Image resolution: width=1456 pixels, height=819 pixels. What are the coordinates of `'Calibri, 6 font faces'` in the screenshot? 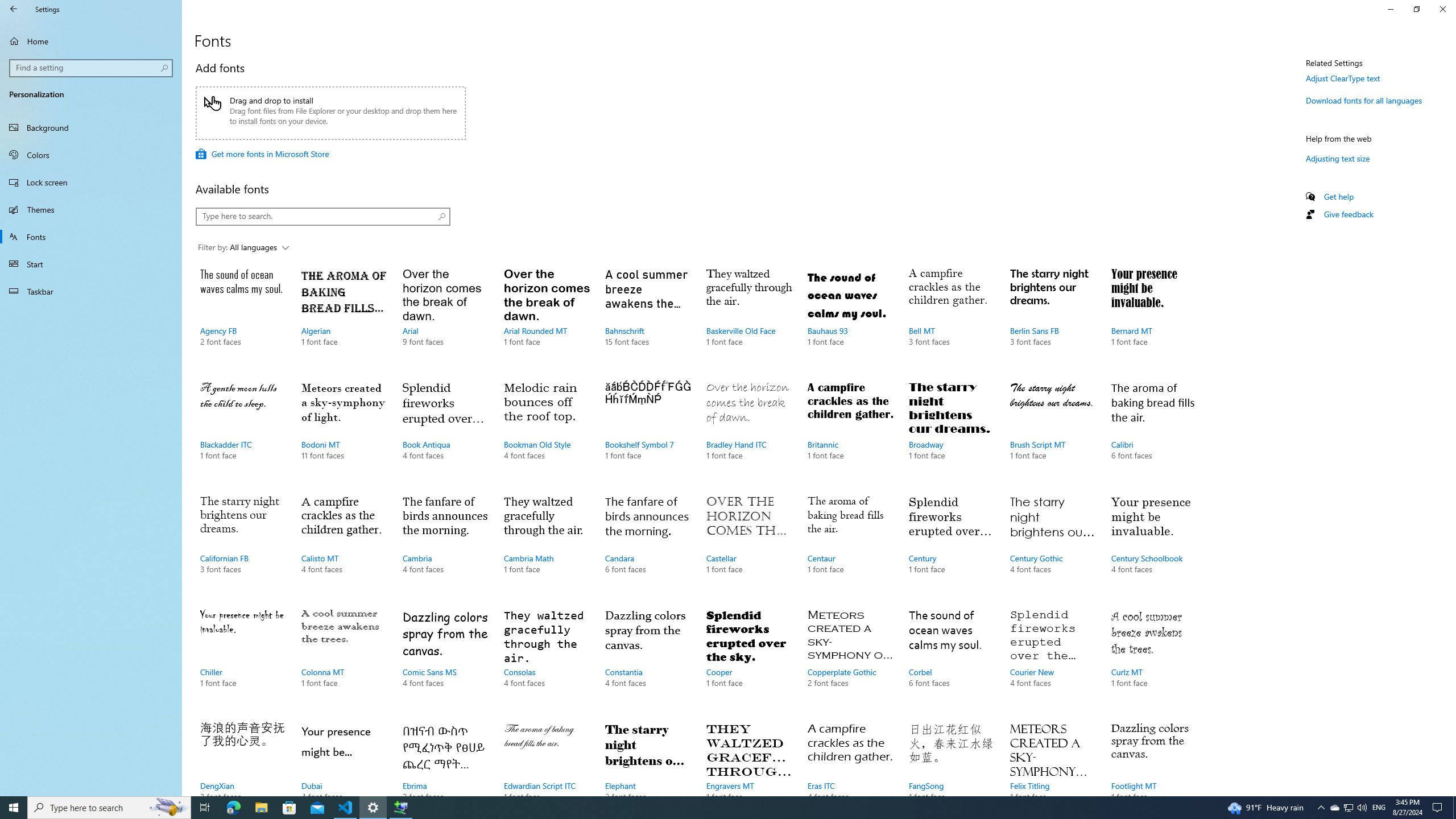 It's located at (1153, 431).